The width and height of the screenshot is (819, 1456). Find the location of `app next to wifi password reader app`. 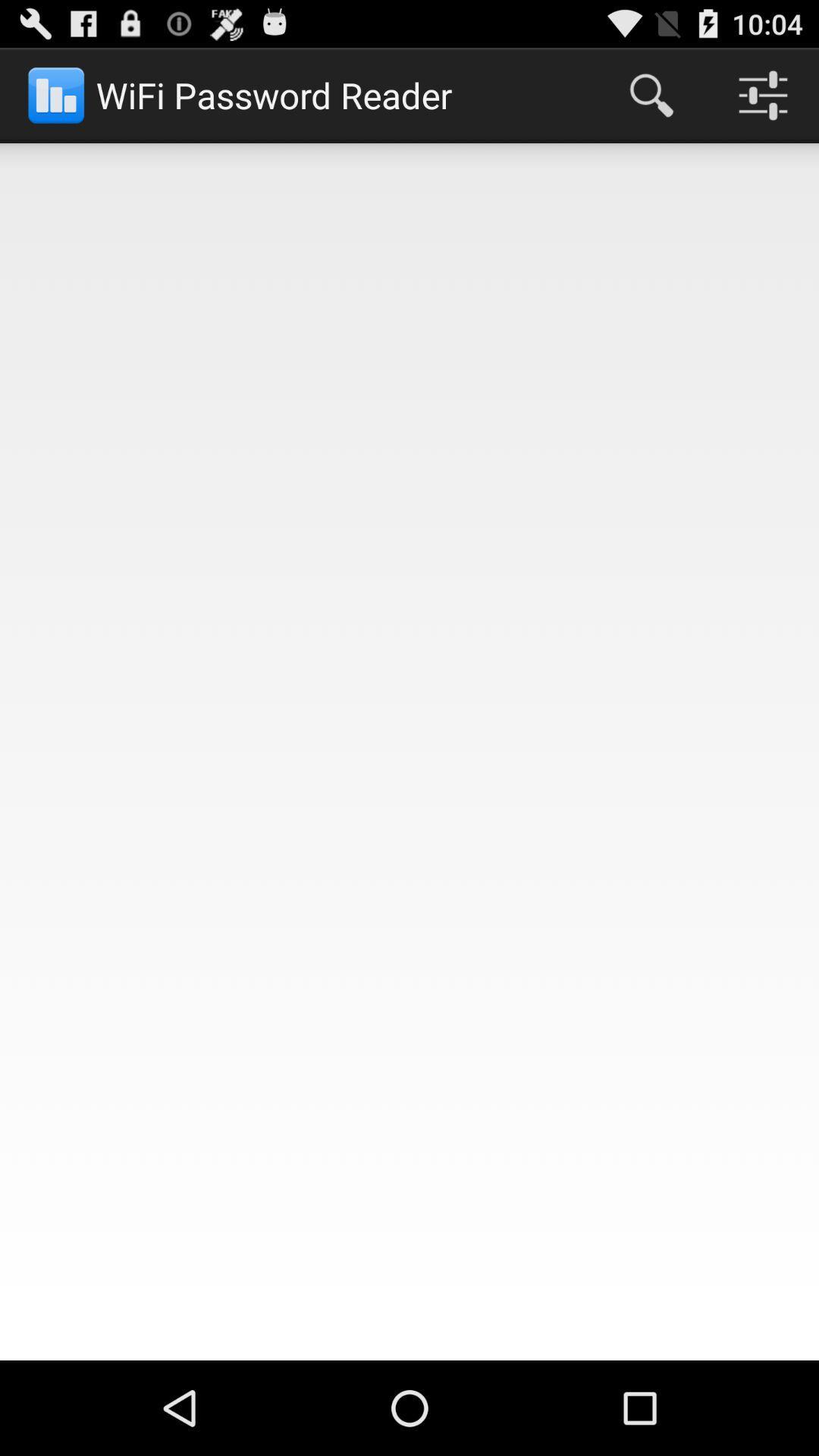

app next to wifi password reader app is located at coordinates (651, 94).